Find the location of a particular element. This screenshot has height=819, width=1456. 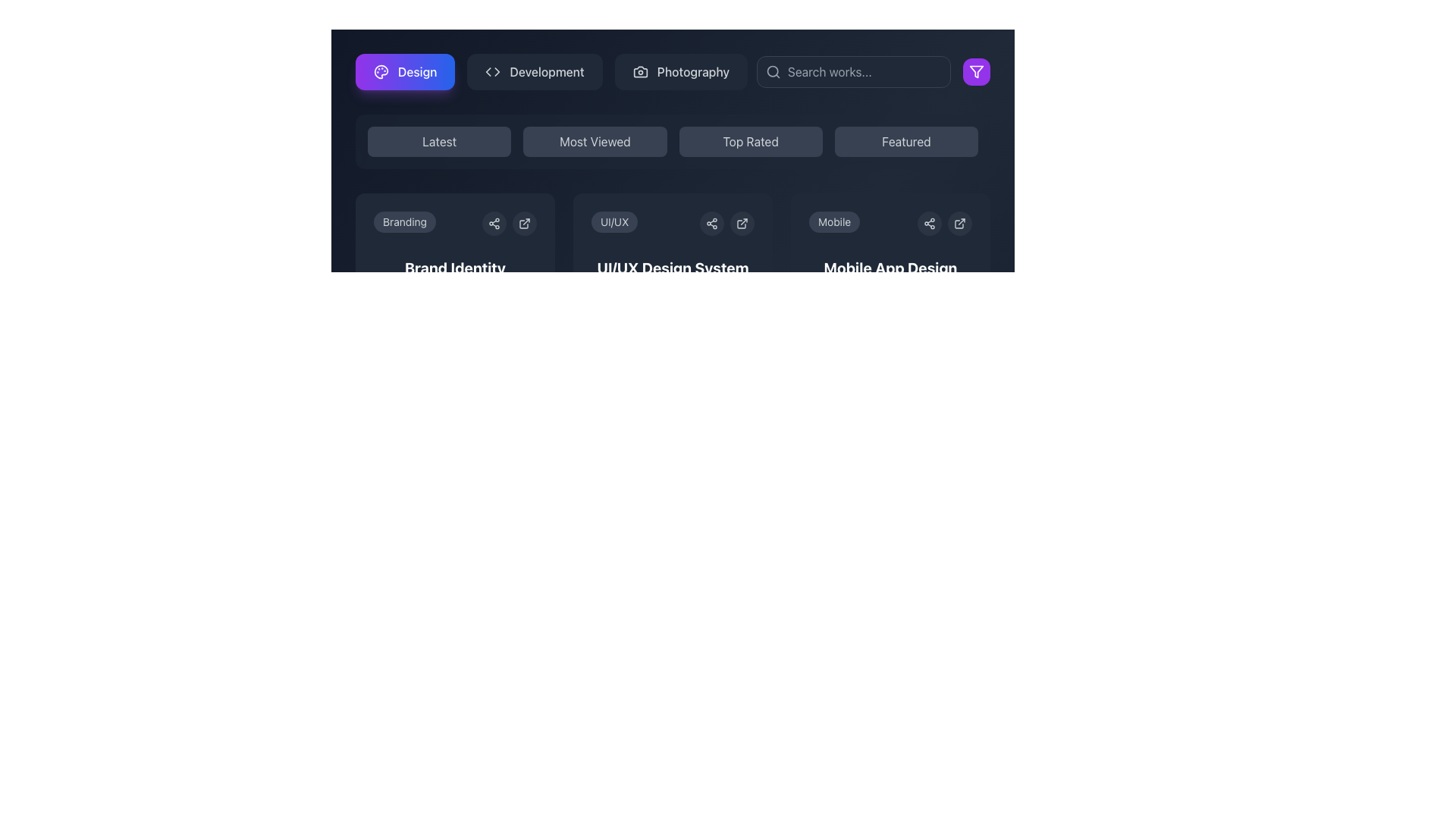

the magnifying glass icon, which is an outline-style icon located to the left of the search input field in the top horizontal navigation bar is located at coordinates (773, 72).